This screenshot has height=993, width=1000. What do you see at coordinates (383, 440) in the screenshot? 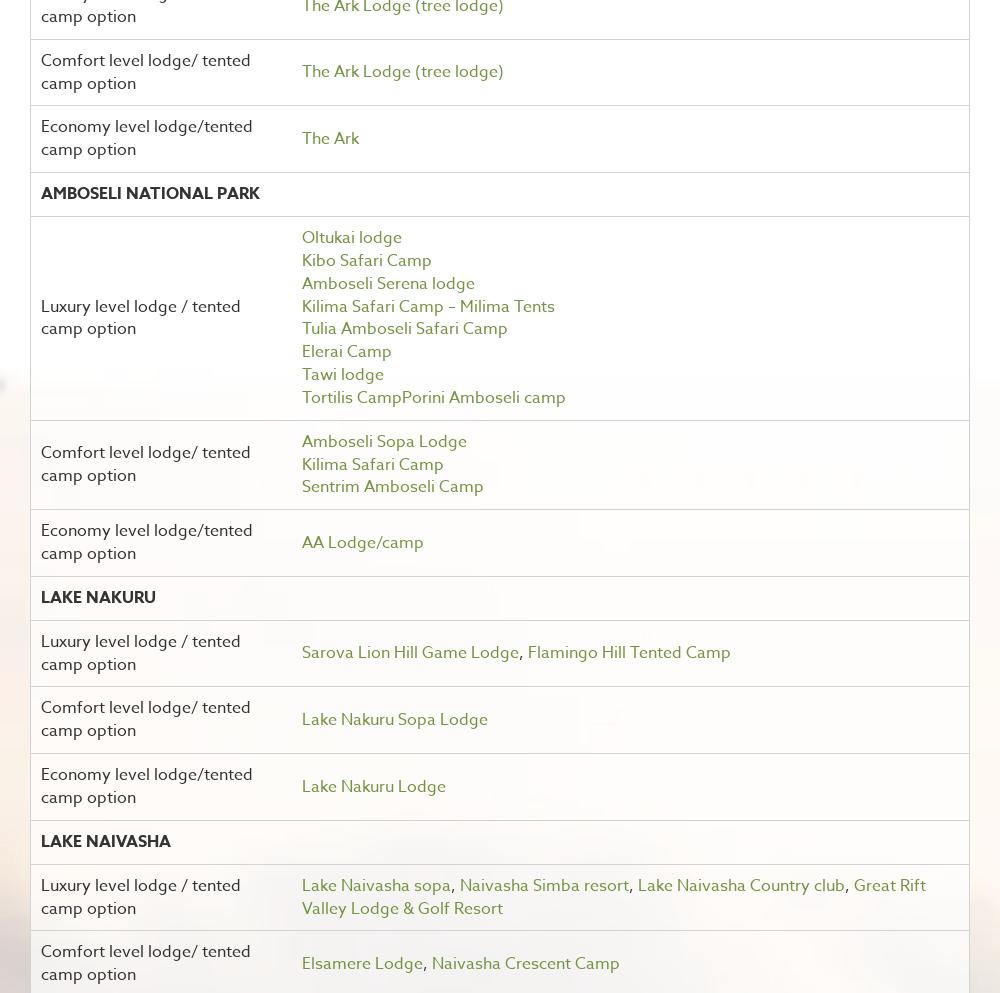
I see `'Amboseli Sopa Lodge'` at bounding box center [383, 440].